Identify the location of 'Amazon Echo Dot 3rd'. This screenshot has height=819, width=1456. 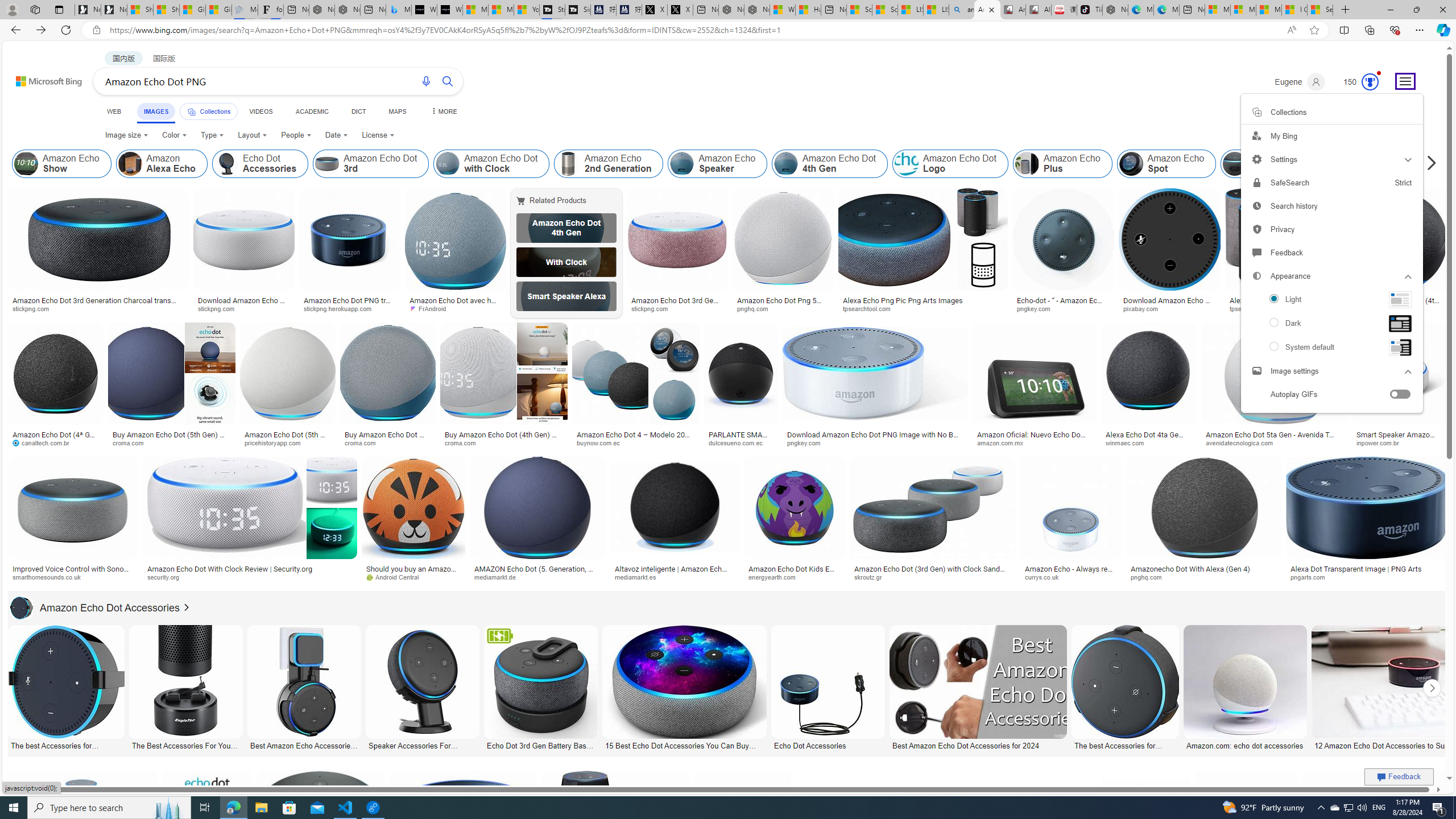
(371, 163).